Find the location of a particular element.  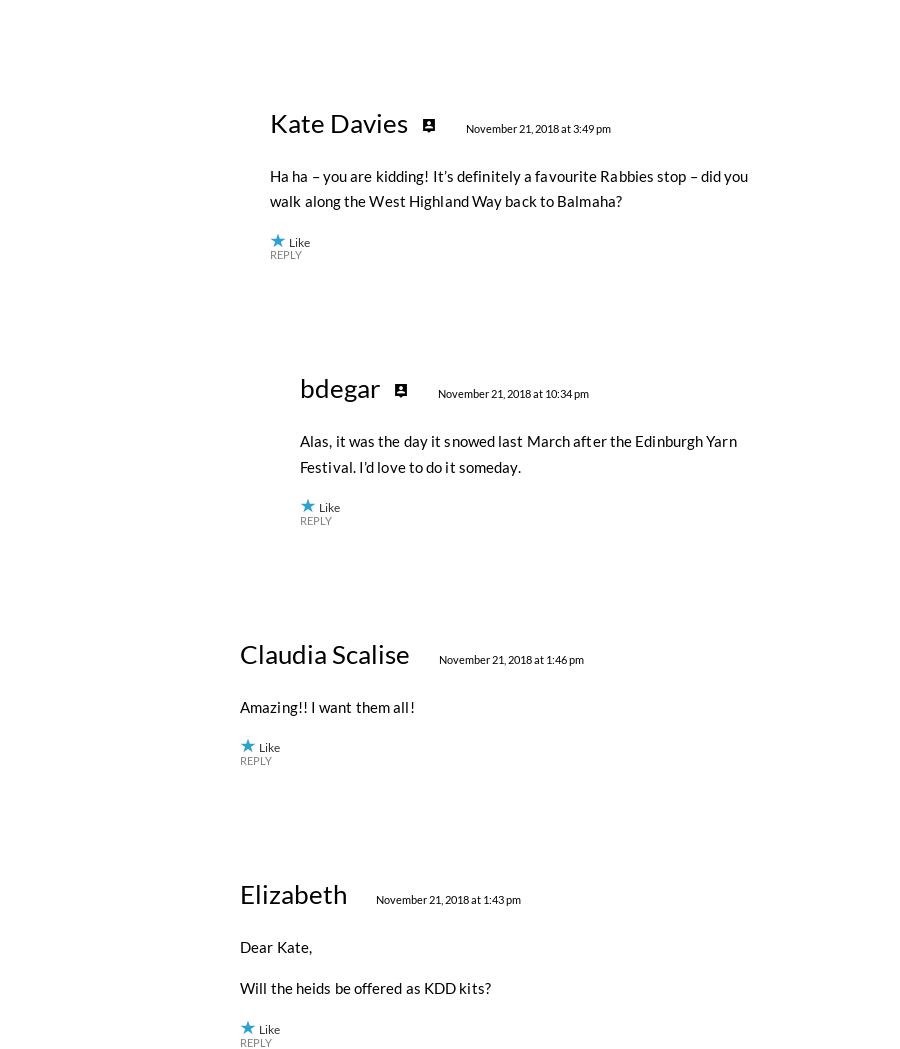

'I’ll have to get more Milarrochy Tweed! An aside, last March 18th, 2 other knitters and I took a day tour out of Edinburgh on the day it snowed with Rabbie’s Tours. We had no idea we were going to stop at Milarrochy.  It took us a moment to realize where we were (the tree cued us).  One of my fellow knitters saw a man in the distance with a Black Lab. :)' is located at coordinates (506, 323).